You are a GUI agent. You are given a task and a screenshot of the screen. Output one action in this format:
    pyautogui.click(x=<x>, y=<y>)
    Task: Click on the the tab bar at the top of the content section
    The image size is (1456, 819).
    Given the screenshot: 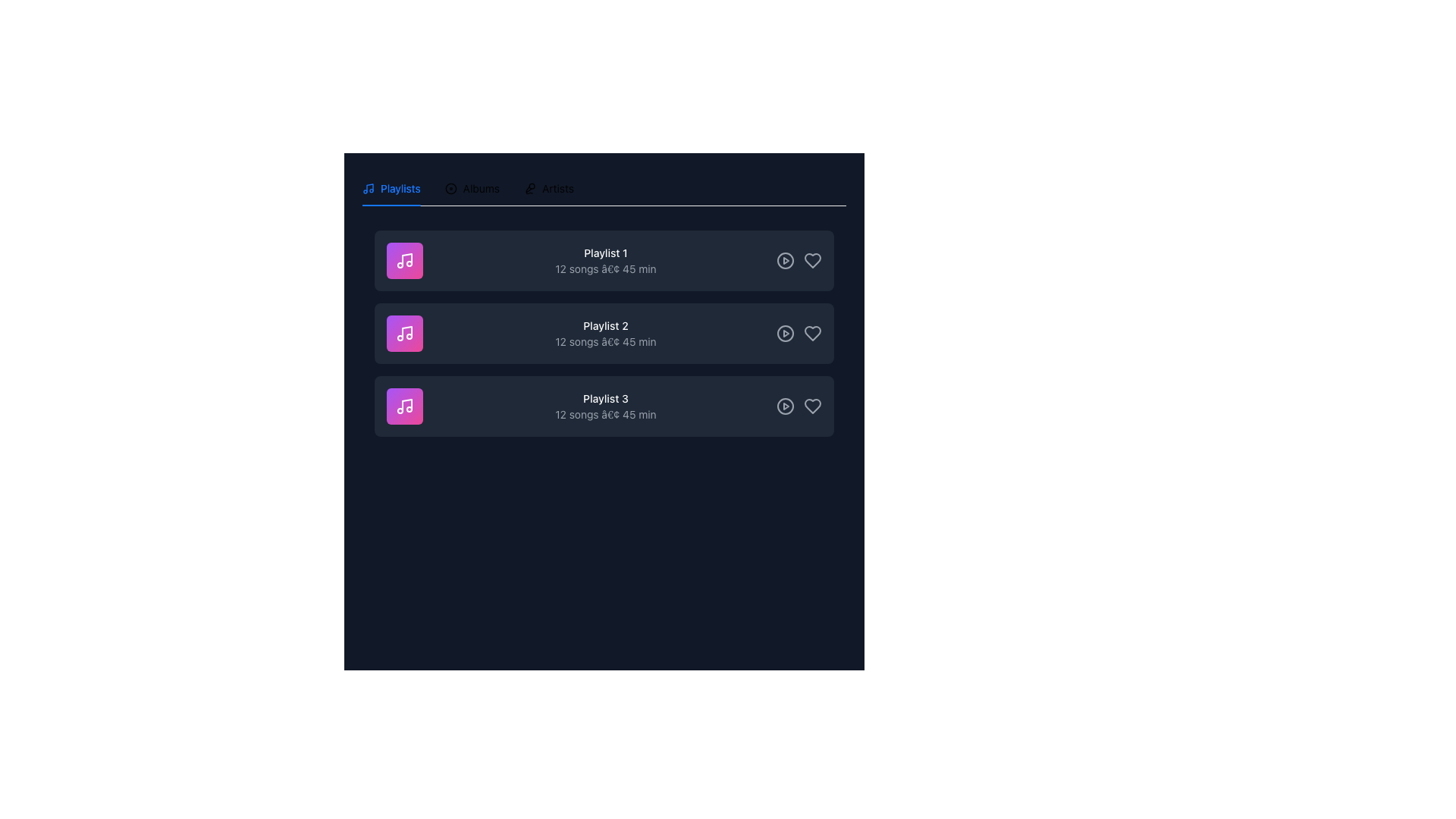 What is the action you would take?
    pyautogui.click(x=603, y=188)
    